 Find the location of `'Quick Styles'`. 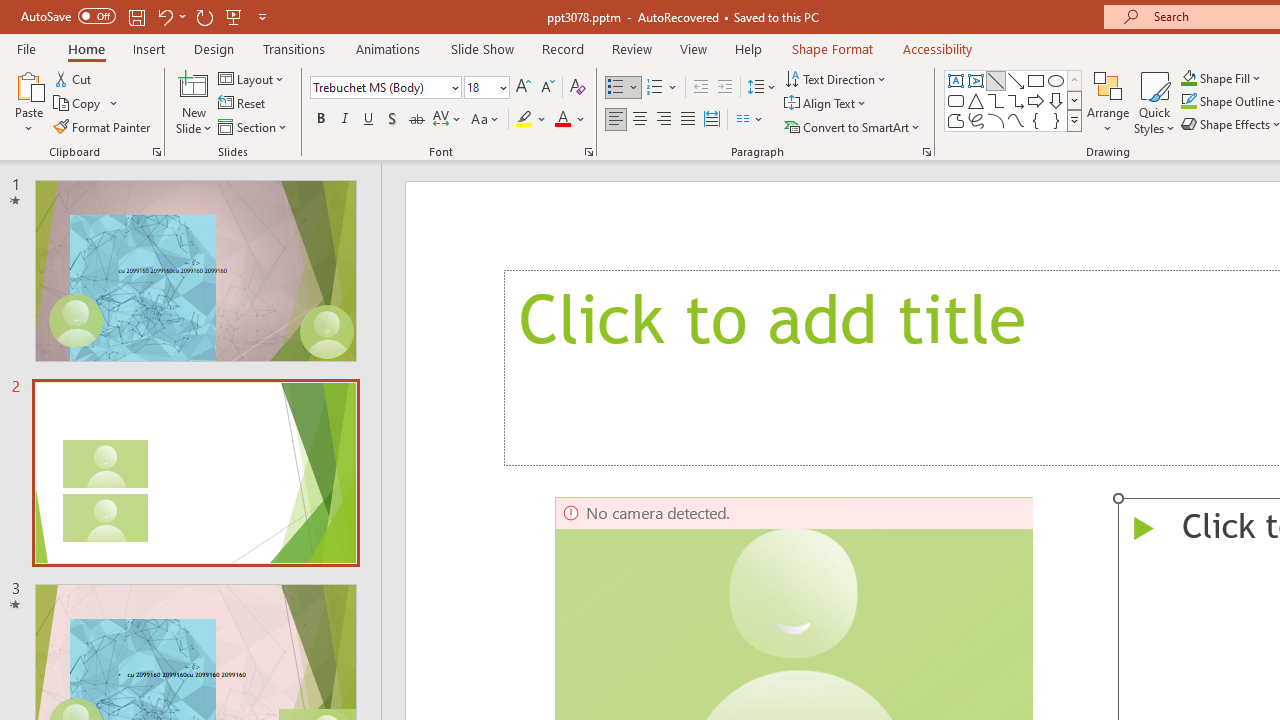

'Quick Styles' is located at coordinates (1154, 103).